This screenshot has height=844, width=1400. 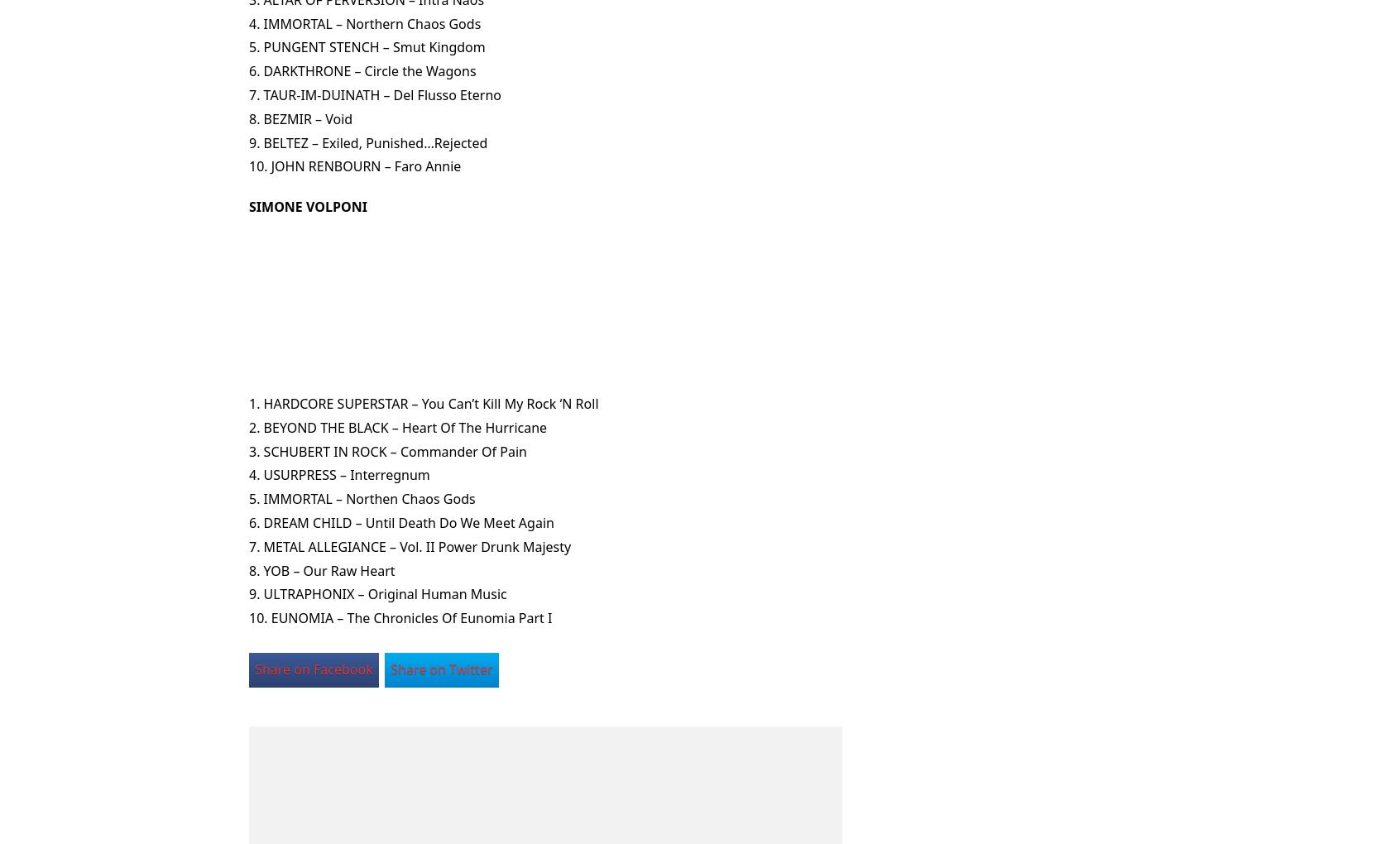 I want to click on '7. METAL ALLEGIANCE – Vol. II Power Drunk Majesty', so click(x=410, y=546).